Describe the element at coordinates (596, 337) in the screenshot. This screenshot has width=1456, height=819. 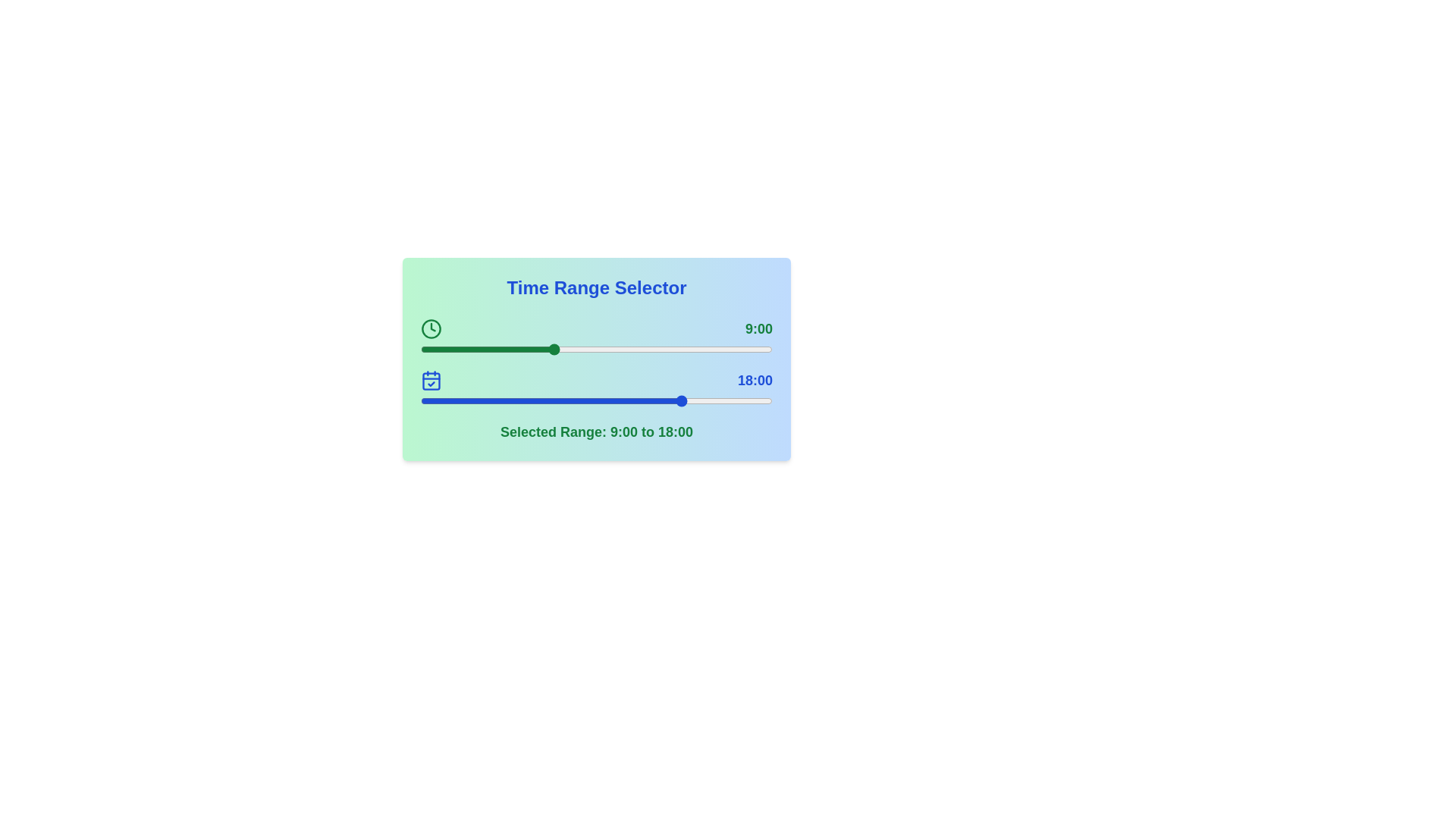
I see `the slider located between the left-aligned clock icon and the right-aligned '9:00' label` at that location.